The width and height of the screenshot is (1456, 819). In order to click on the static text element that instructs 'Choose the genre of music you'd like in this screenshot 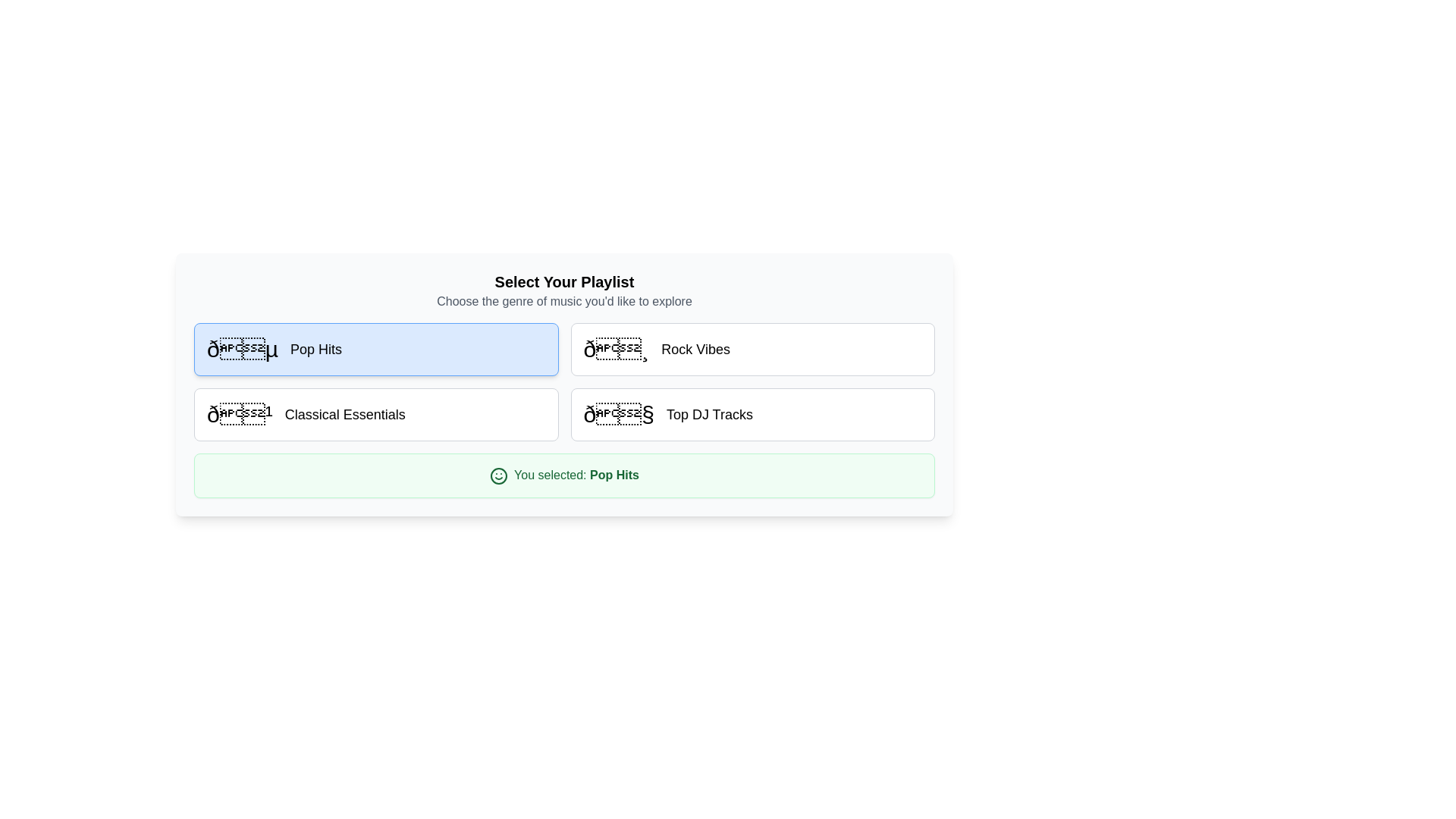, I will do `click(563, 301)`.